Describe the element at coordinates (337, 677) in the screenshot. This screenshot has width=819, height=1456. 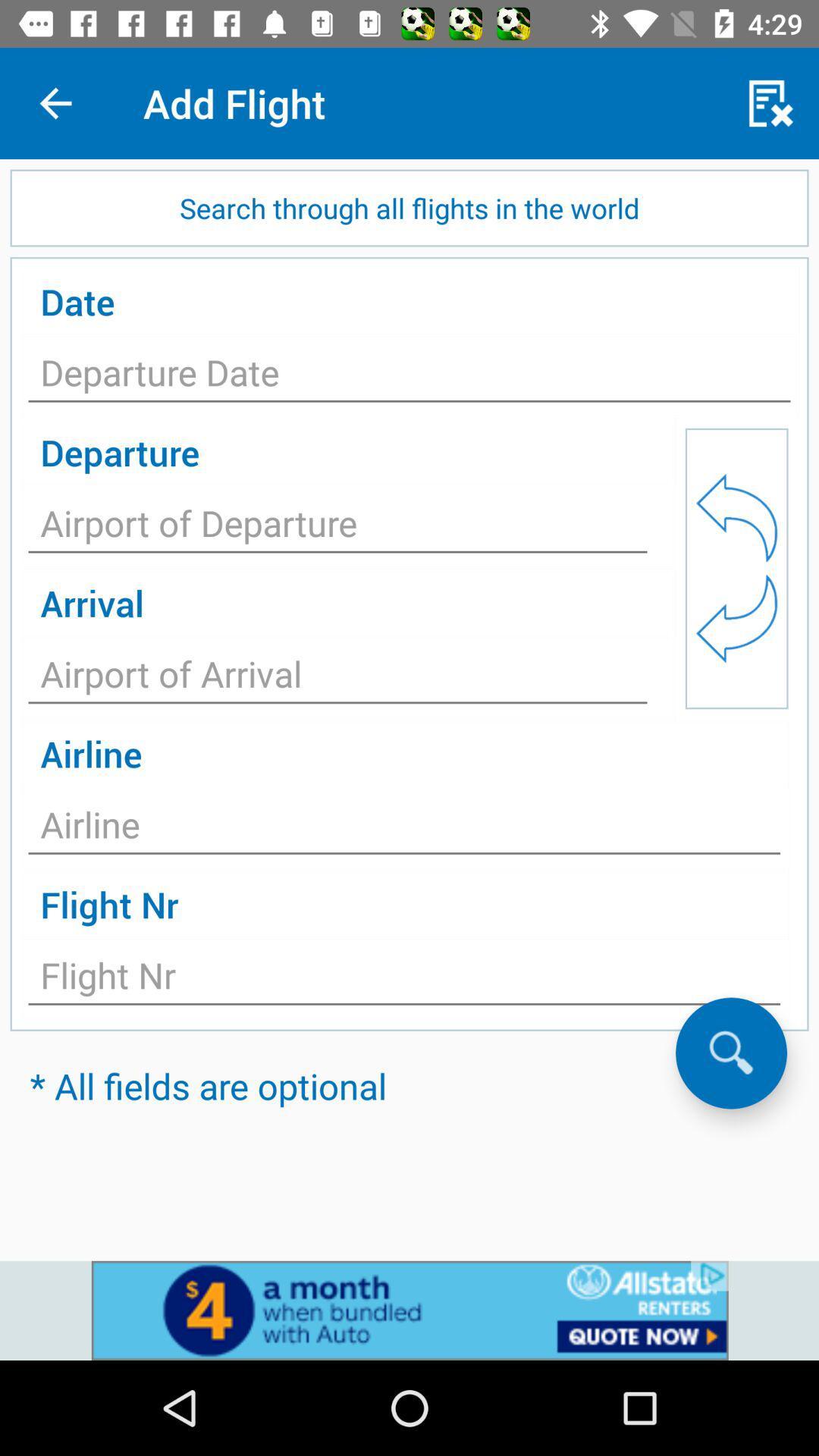
I see `arrival time to given` at that location.